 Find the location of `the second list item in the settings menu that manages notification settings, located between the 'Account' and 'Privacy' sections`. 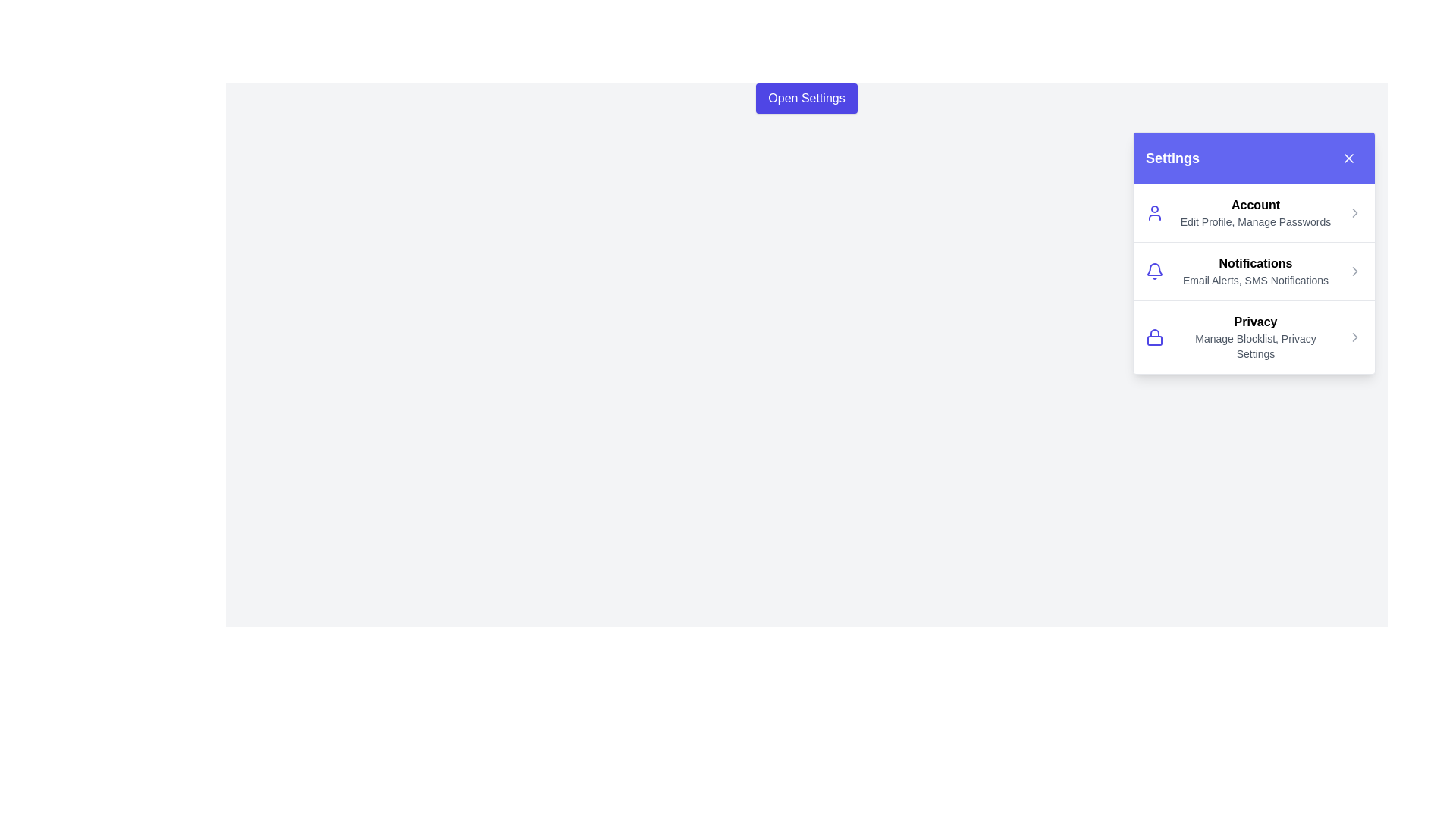

the second list item in the settings menu that manages notification settings, located between the 'Account' and 'Privacy' sections is located at coordinates (1254, 270).